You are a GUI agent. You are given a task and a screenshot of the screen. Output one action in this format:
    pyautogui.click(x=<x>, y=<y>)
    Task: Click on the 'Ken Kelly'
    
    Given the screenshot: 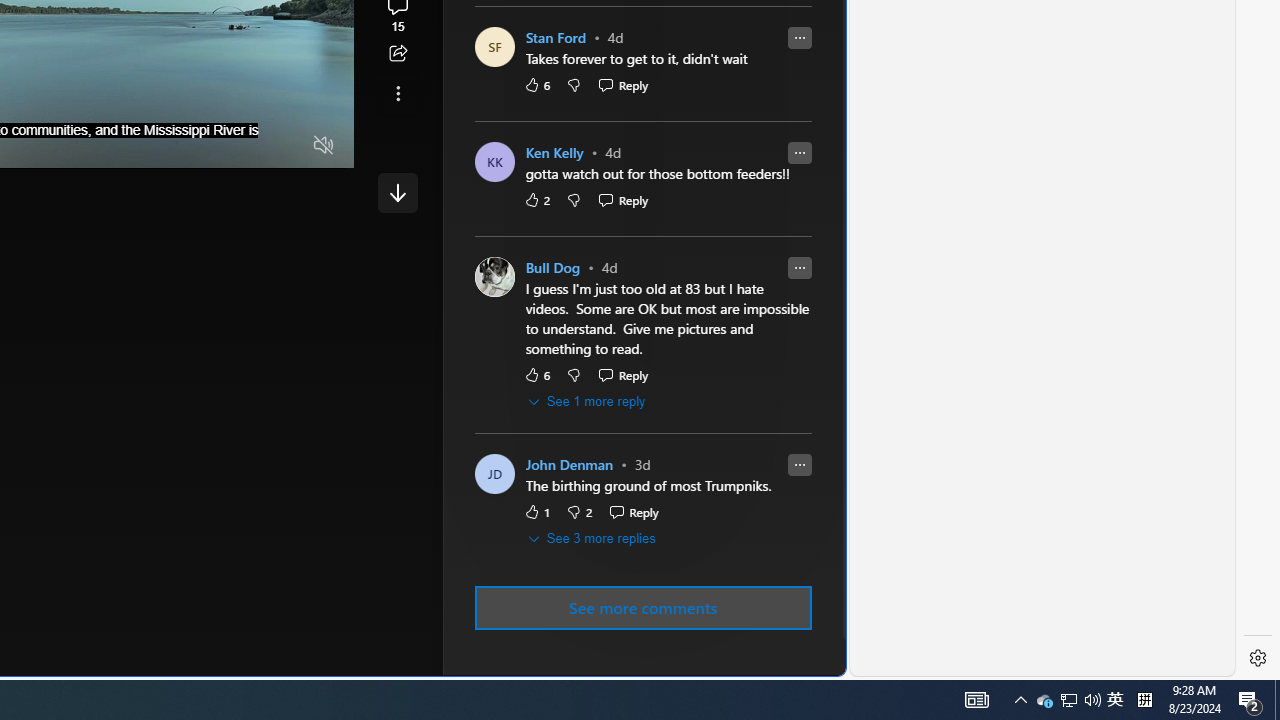 What is the action you would take?
    pyautogui.click(x=554, y=152)
    